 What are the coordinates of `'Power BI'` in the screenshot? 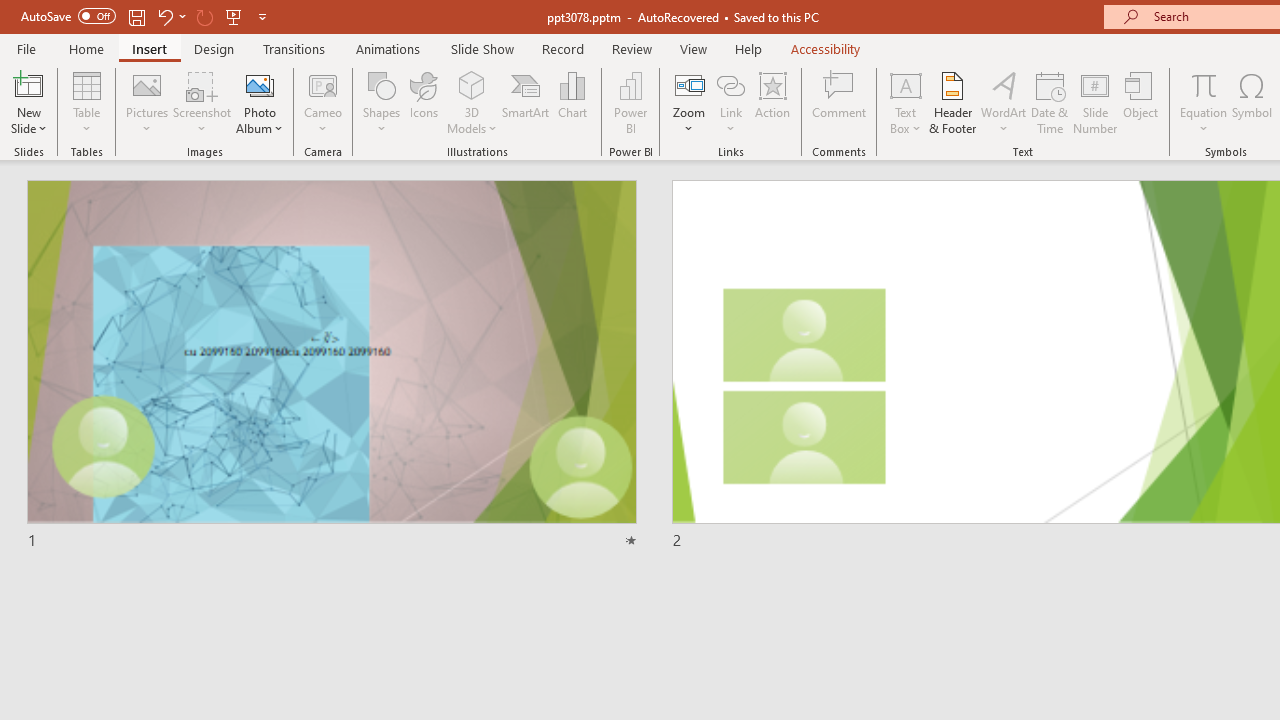 It's located at (630, 103).